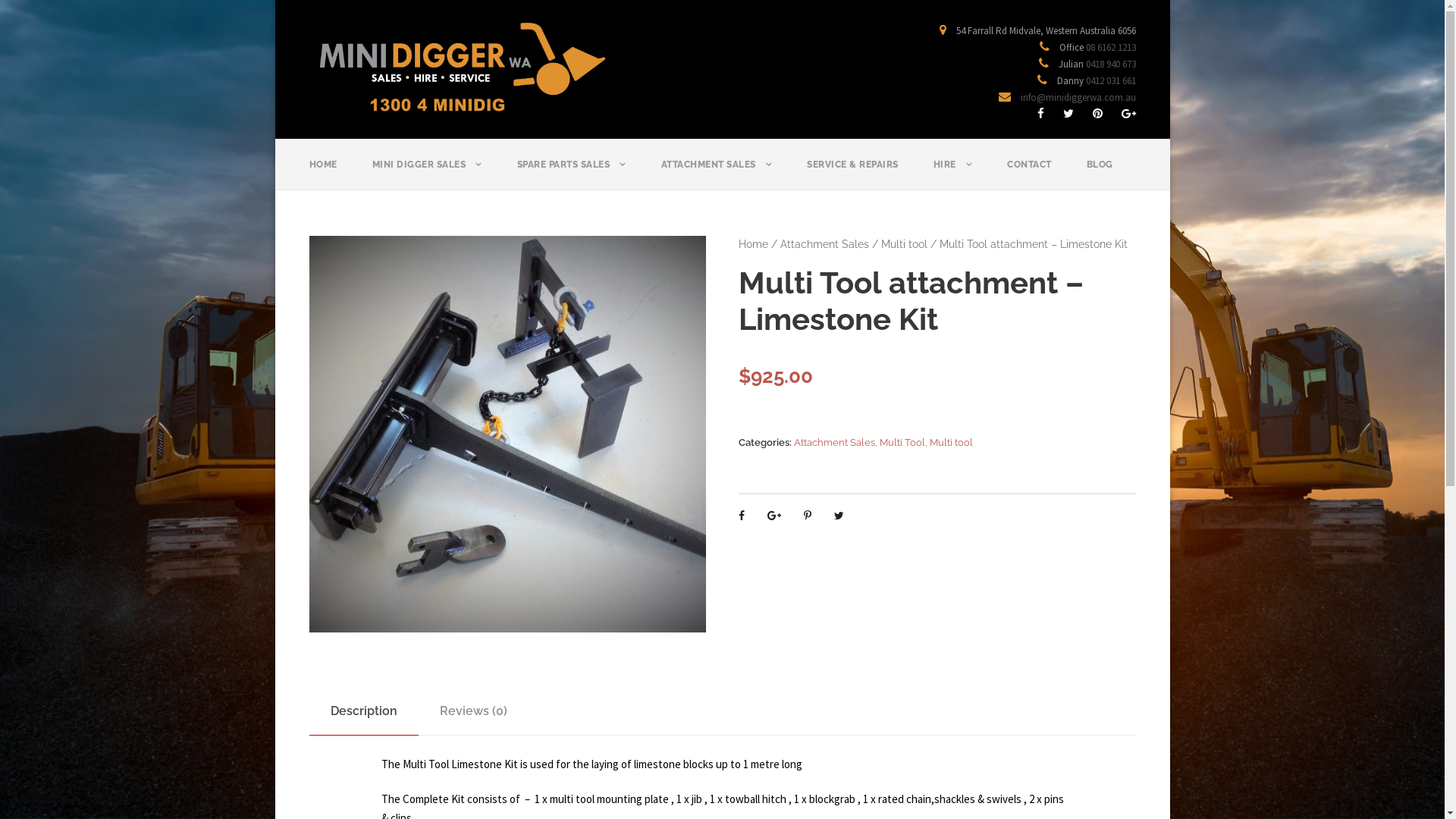 The image size is (1456, 819). What do you see at coordinates (753, 243) in the screenshot?
I see `'Home'` at bounding box center [753, 243].